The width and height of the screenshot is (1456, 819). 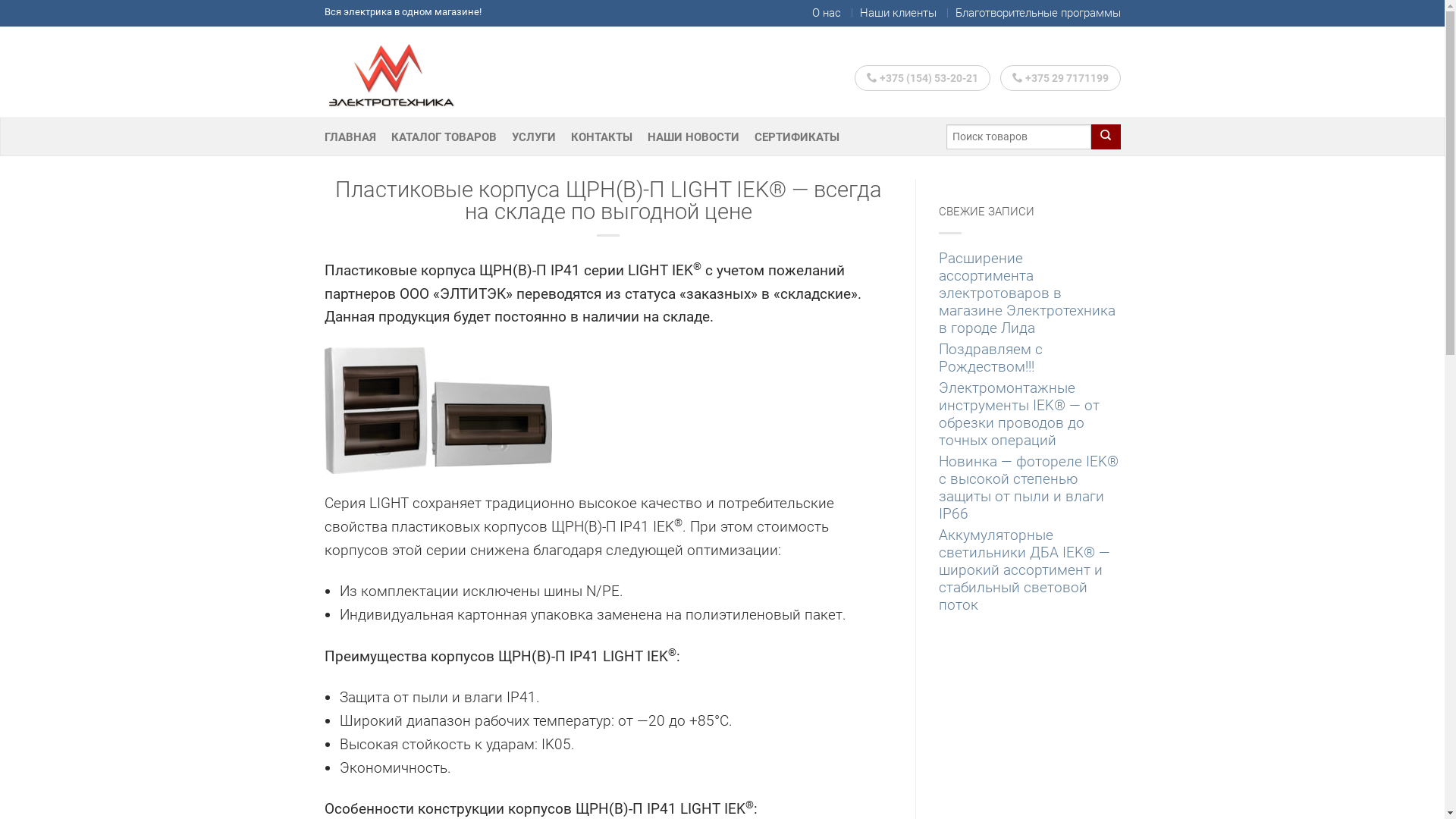 What do you see at coordinates (1059, 78) in the screenshot?
I see `'+375 29 7171199'` at bounding box center [1059, 78].